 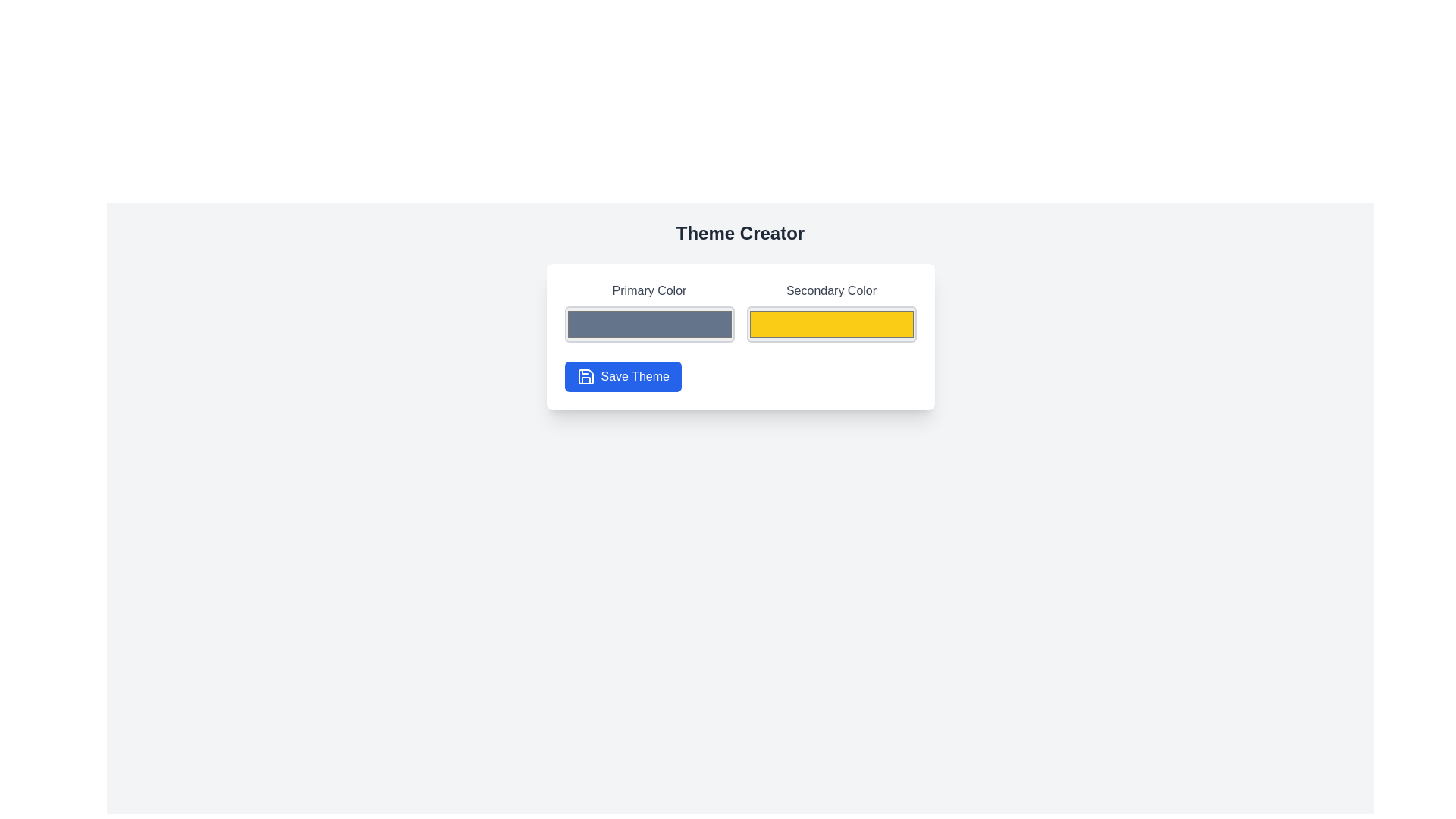 What do you see at coordinates (585, 376) in the screenshot?
I see `the 'Save Theme' button, which is visually represented by the save icon located at the bottom-left corner of a card interface, to trigger the save action` at bounding box center [585, 376].